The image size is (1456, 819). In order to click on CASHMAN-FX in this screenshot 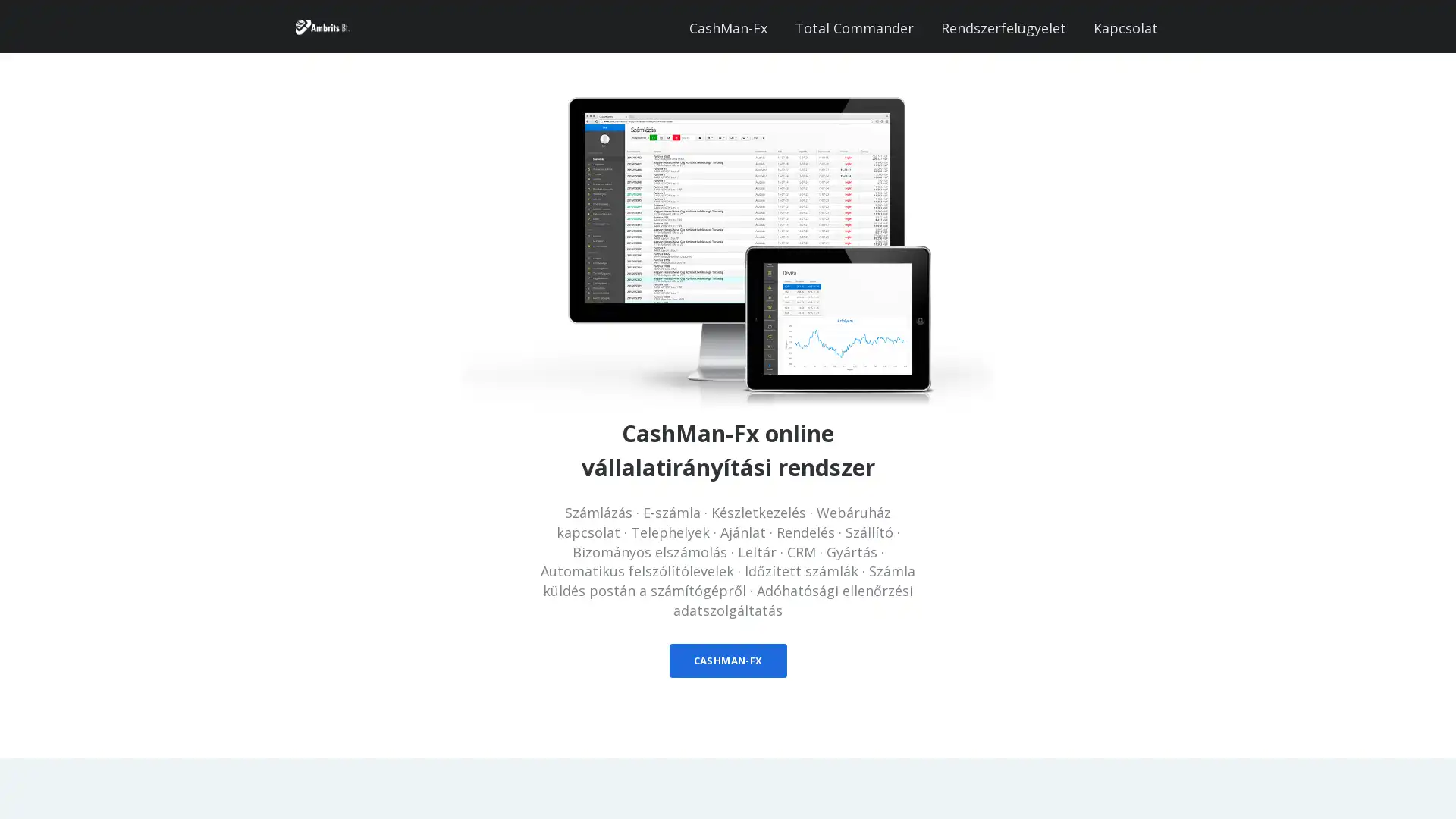, I will do `click(726, 660)`.